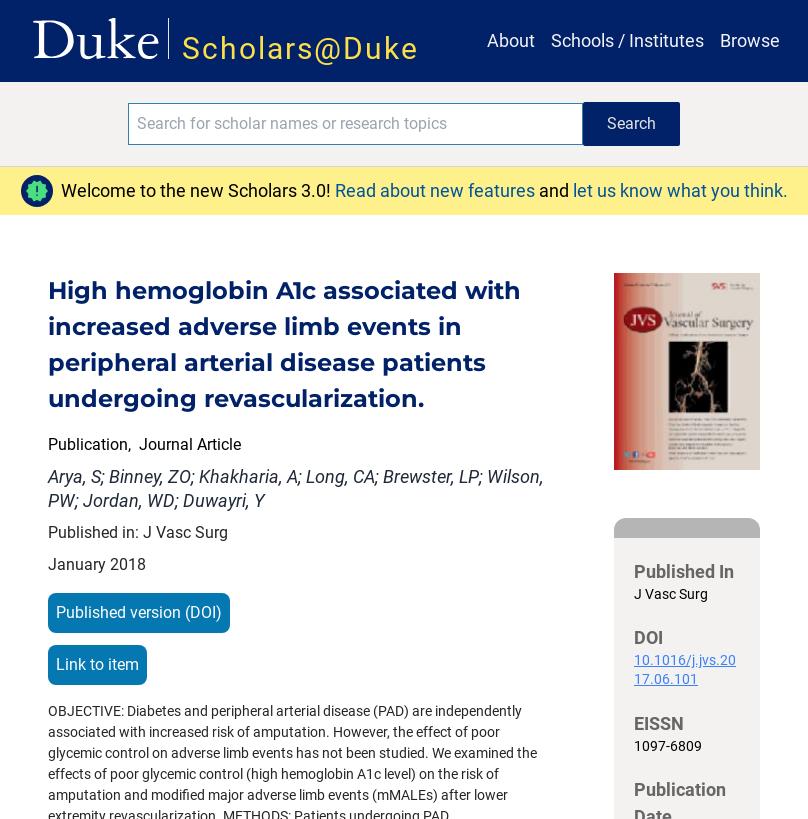  I want to click on 'Read about new features', so click(435, 190).